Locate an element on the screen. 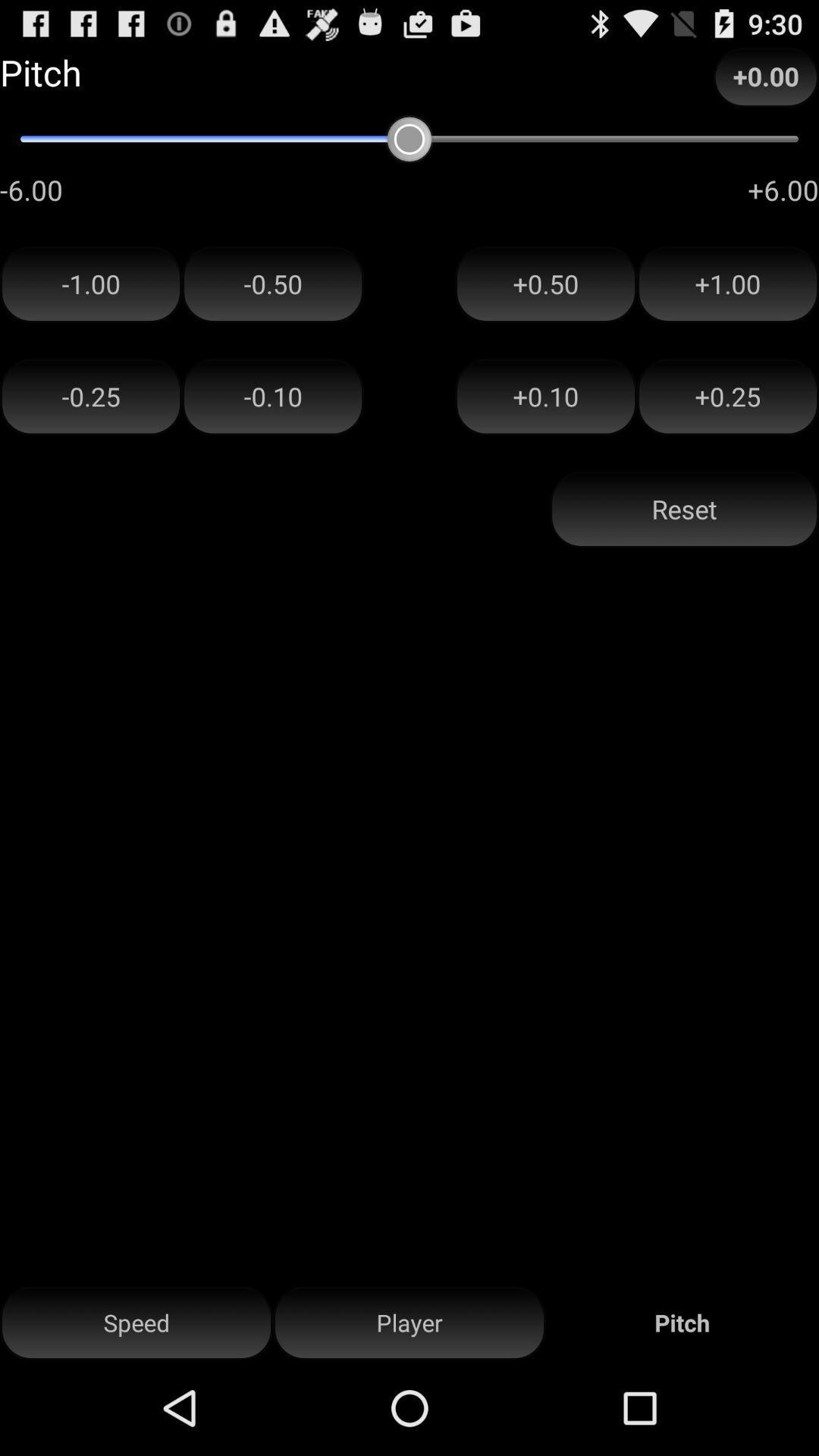 The image size is (819, 1456). app to the left of the pitch app is located at coordinates (409, 1323).